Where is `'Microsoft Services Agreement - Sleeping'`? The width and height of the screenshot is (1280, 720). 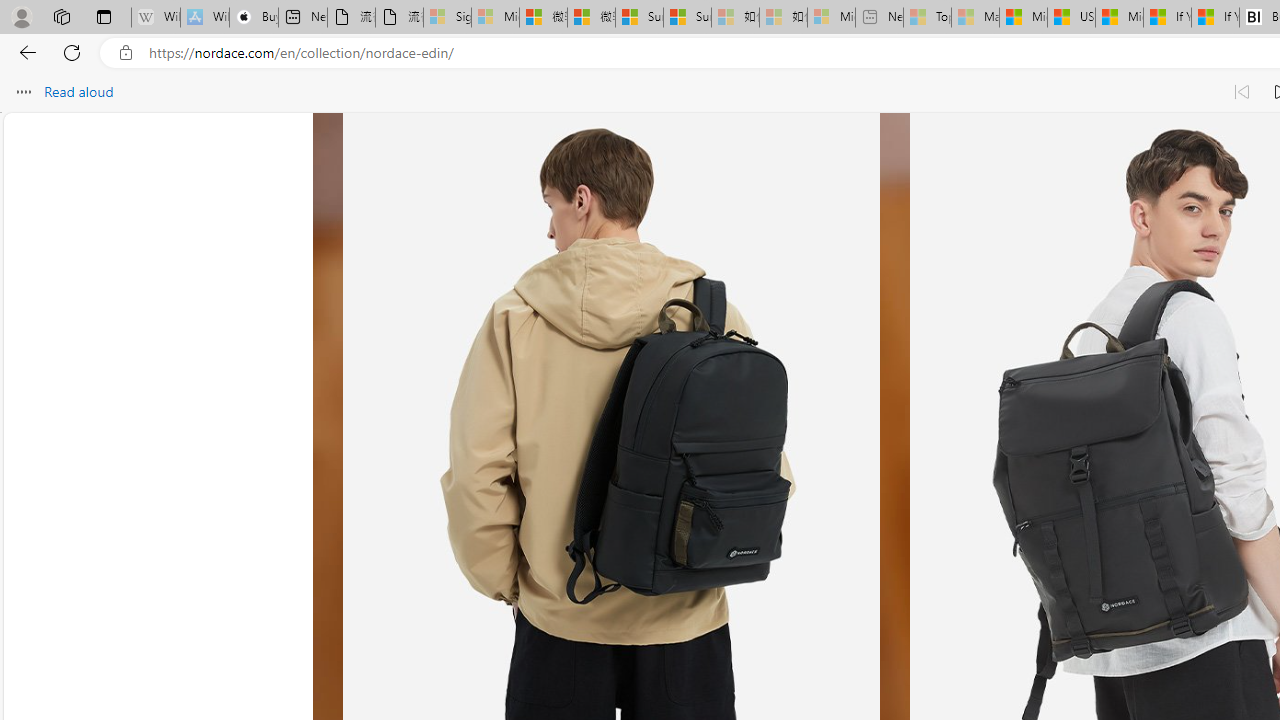 'Microsoft Services Agreement - Sleeping' is located at coordinates (495, 17).